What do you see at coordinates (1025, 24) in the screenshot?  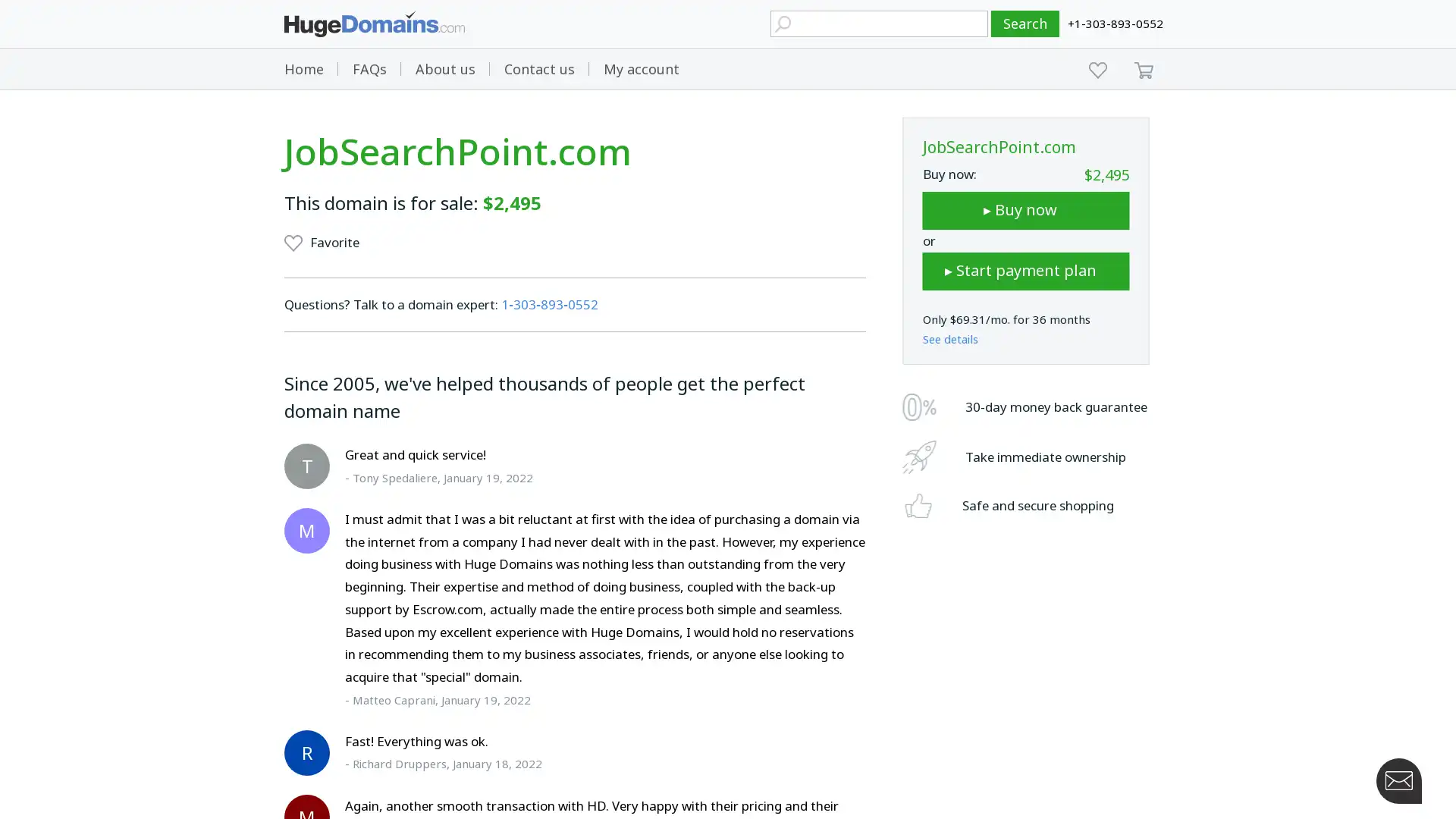 I see `Search` at bounding box center [1025, 24].